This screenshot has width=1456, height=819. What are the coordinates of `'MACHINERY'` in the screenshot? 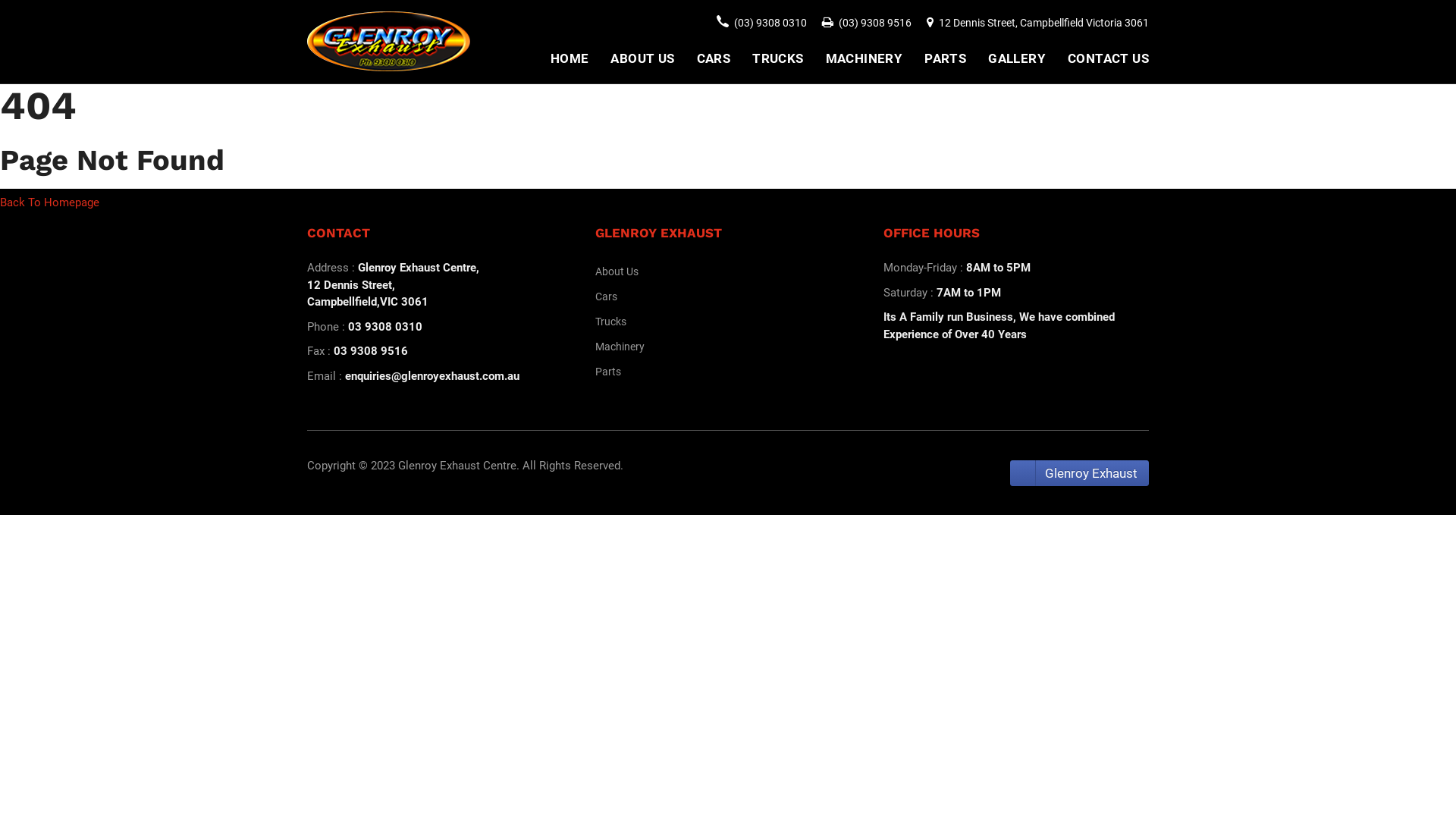 It's located at (864, 58).